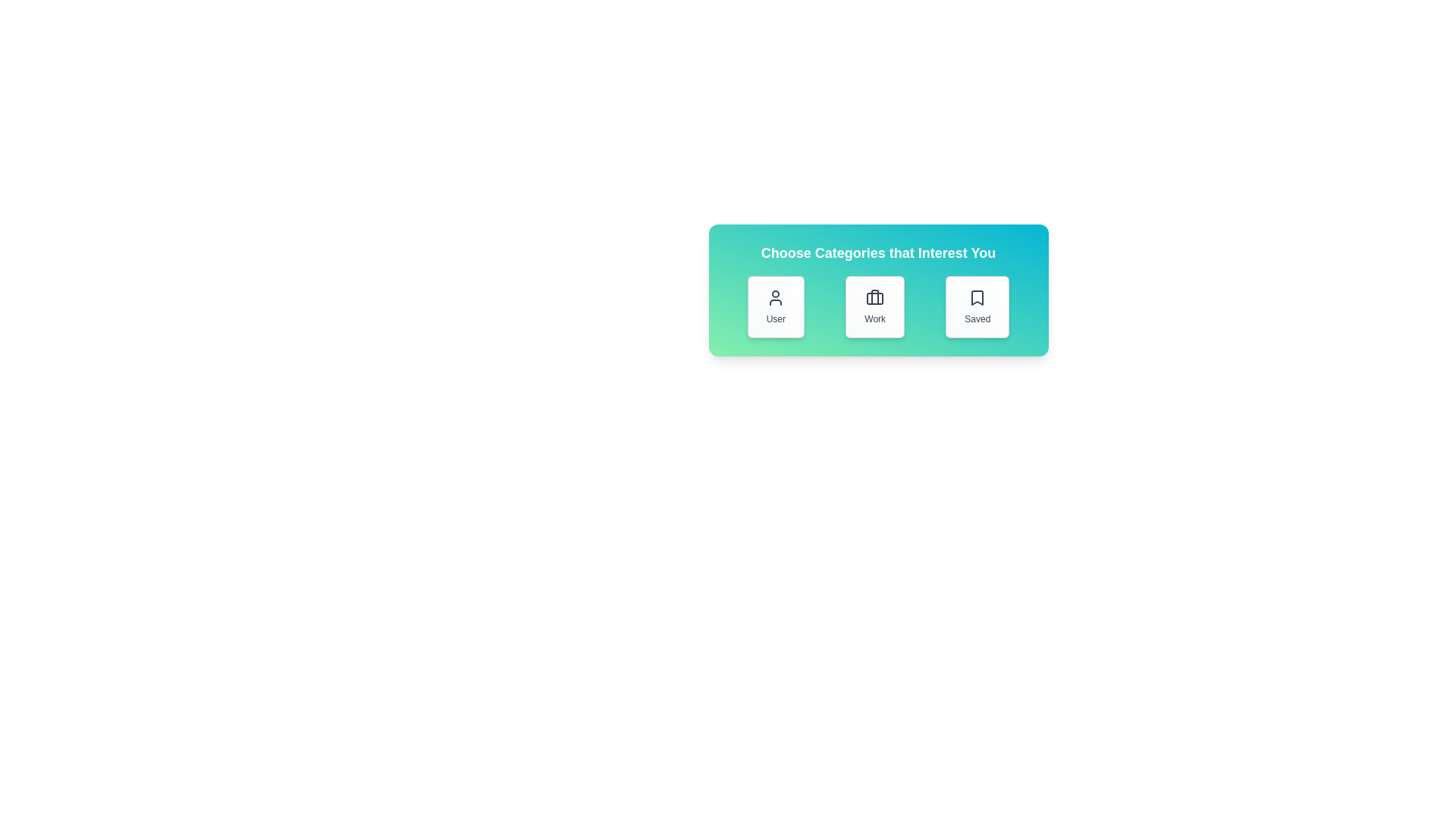 The image size is (1456, 819). I want to click on the User button to see the hover effect, so click(776, 307).